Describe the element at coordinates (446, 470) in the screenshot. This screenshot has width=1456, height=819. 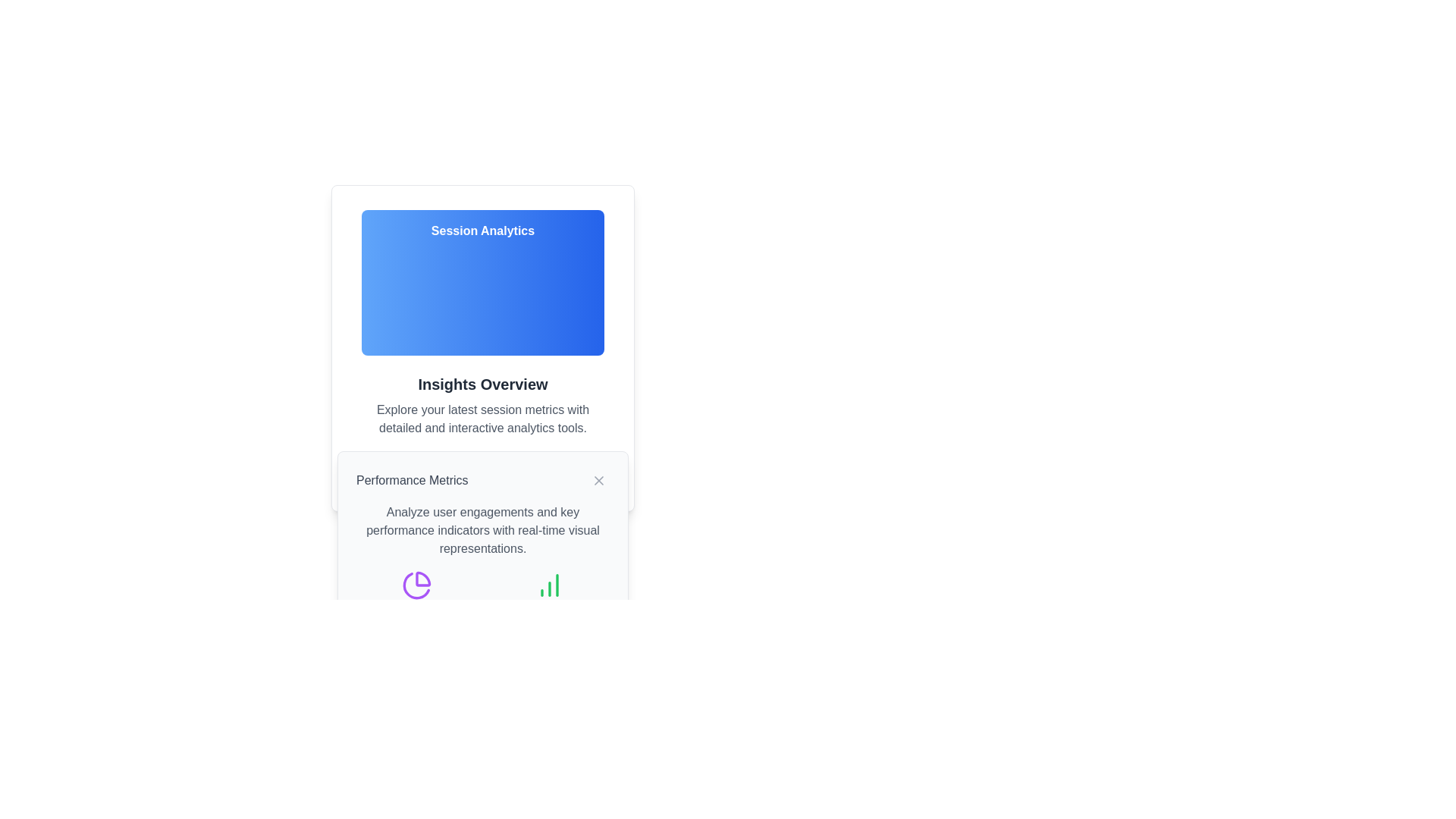
I see `the informational icon located within the 'Learn More' button at the top left of the button to get additional context` at that location.